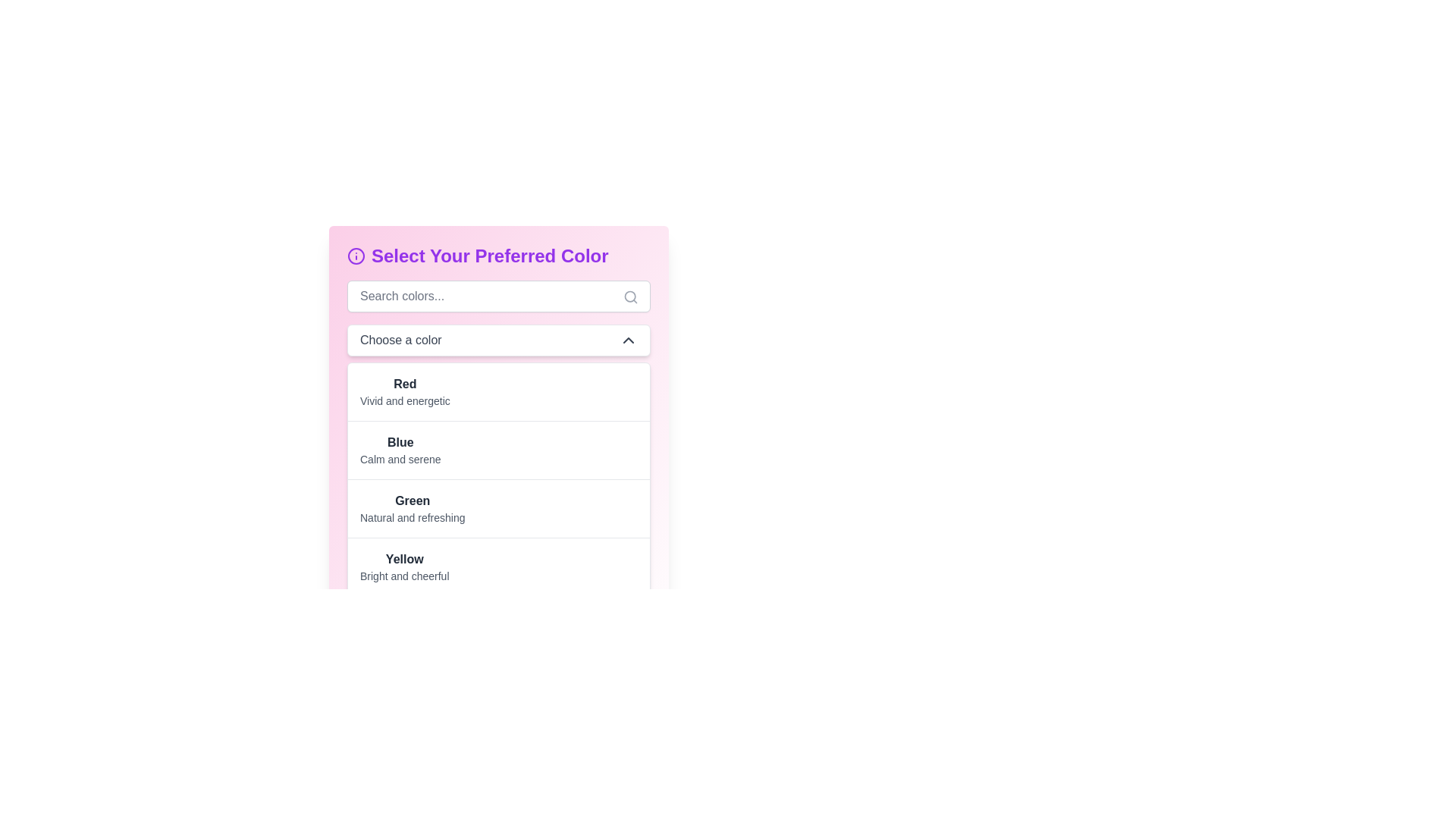  I want to click on the first list item displaying 'Red' with the description 'Vivid and energetic' located beneath the dropdown labeled 'Choose a color', so click(498, 391).